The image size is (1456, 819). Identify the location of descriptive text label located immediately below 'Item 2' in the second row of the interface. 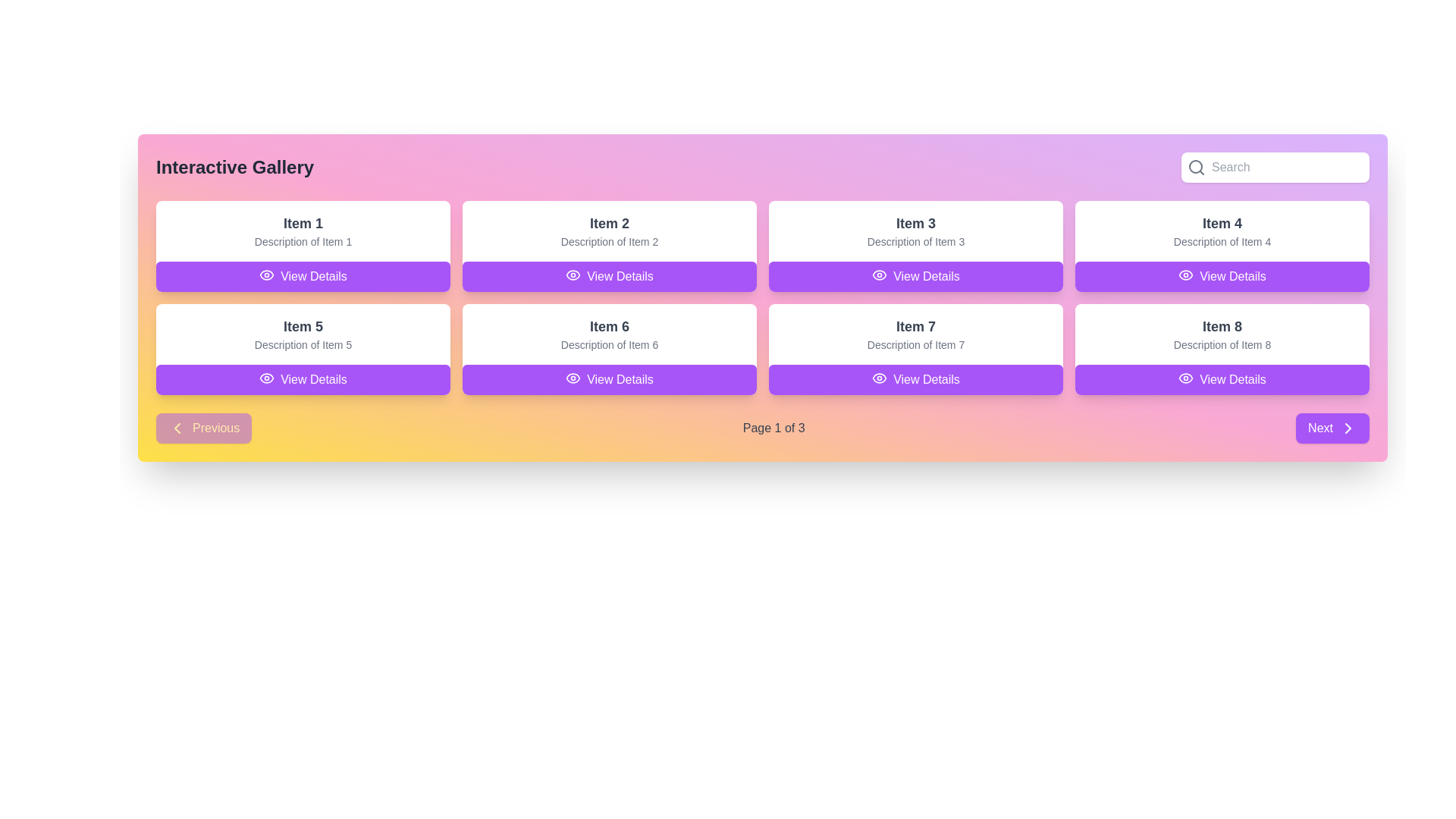
(610, 241).